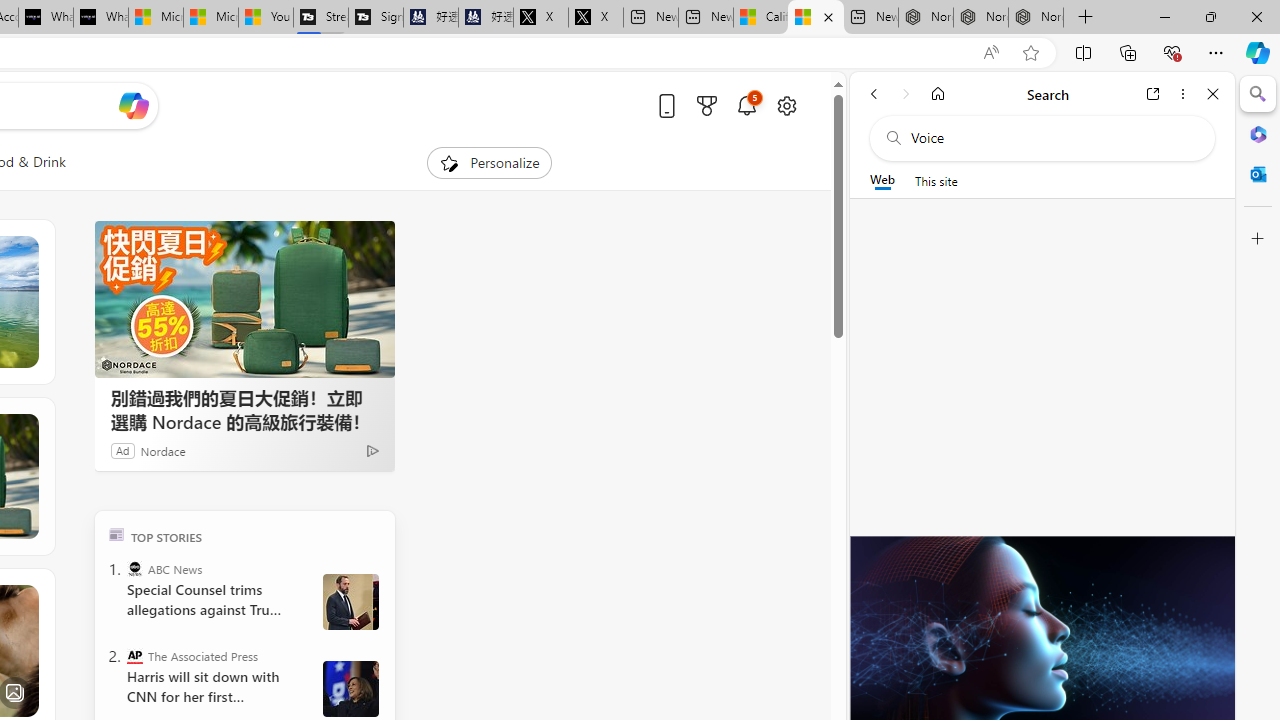 Image resolution: width=1280 pixels, height=720 pixels. Describe the element at coordinates (905, 93) in the screenshot. I see `'Forward'` at that location.